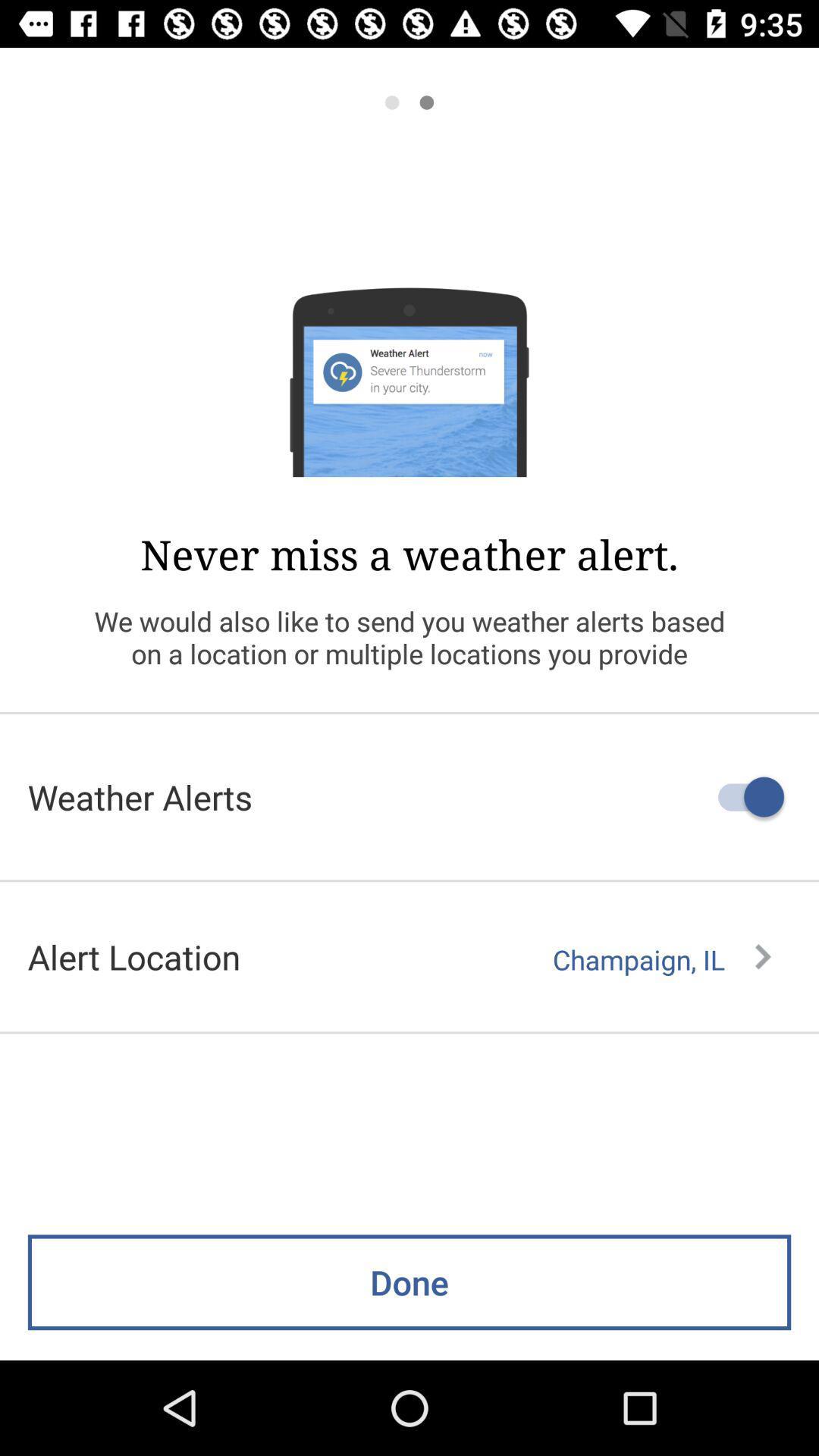 Image resolution: width=819 pixels, height=1456 pixels. Describe the element at coordinates (661, 959) in the screenshot. I see `the champaign, il` at that location.